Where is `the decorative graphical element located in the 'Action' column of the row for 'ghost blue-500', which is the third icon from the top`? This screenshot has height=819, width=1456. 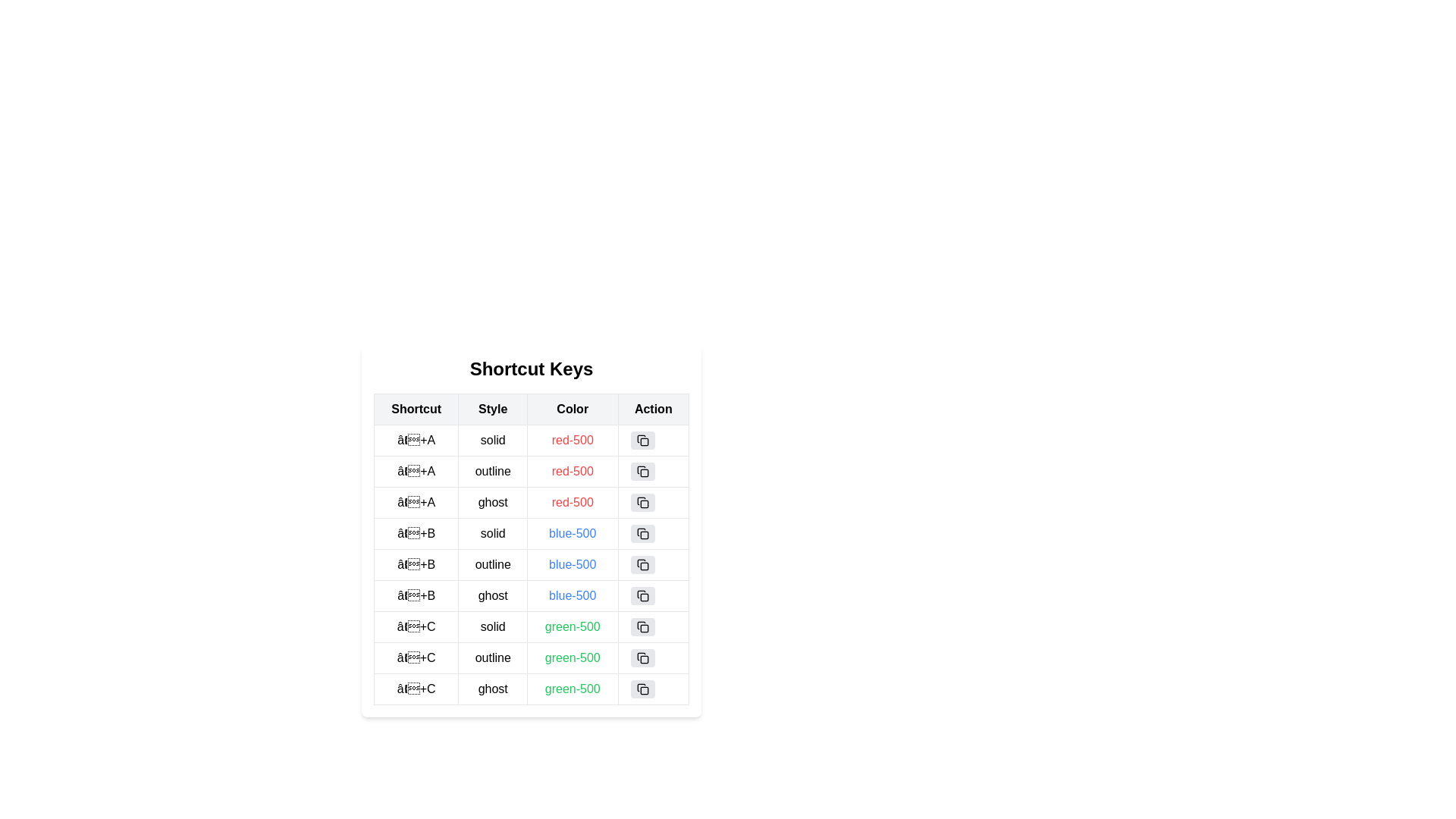
the decorative graphical element located in the 'Action' column of the row for 'ghost blue-500', which is the third icon from the top is located at coordinates (644, 596).